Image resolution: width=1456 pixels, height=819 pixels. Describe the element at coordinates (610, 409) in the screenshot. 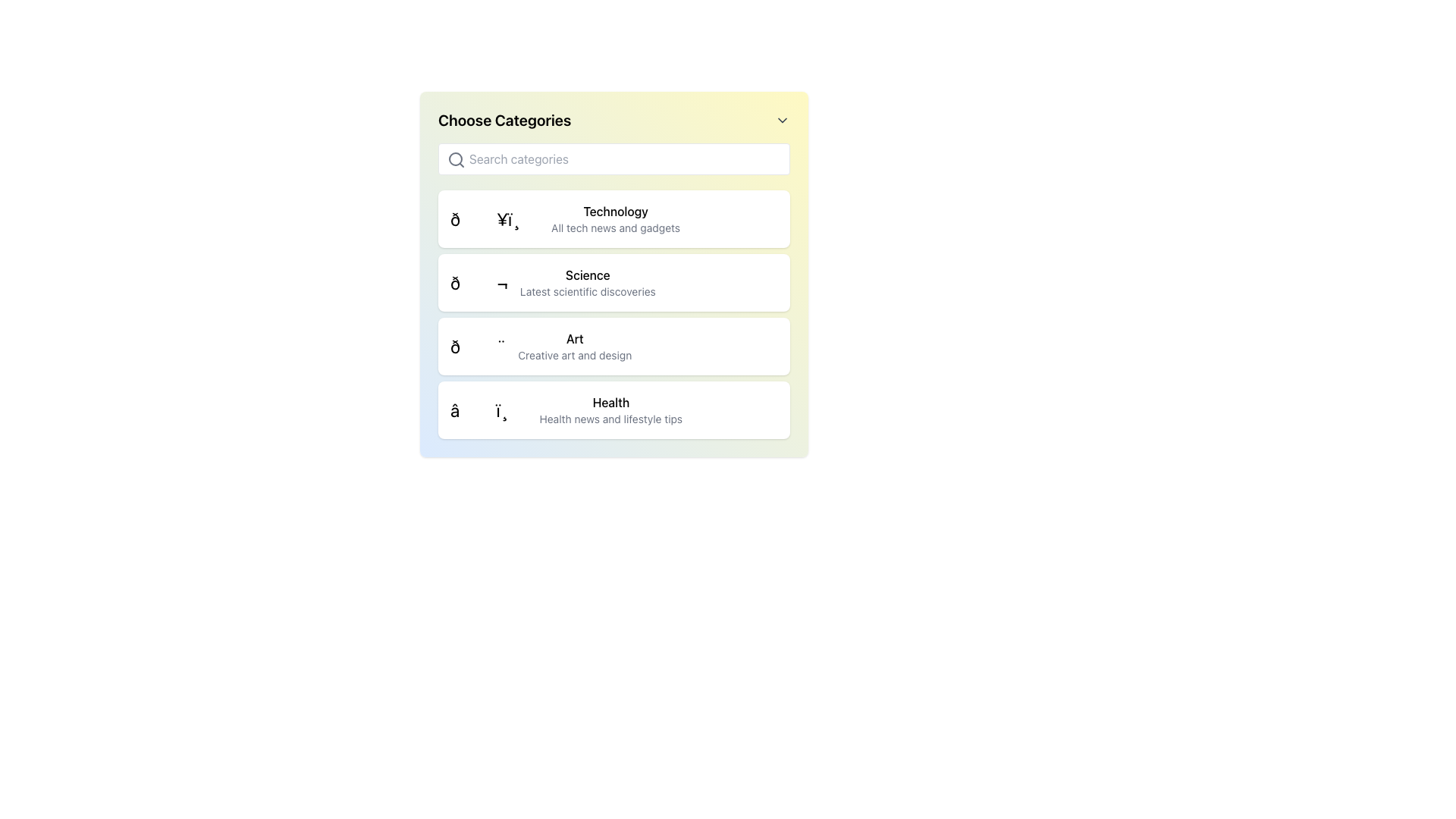

I see `the 'Health' category label, which is the fourth item in a vertical list and displays the subtitle 'Health news and lifestyle tips'` at that location.